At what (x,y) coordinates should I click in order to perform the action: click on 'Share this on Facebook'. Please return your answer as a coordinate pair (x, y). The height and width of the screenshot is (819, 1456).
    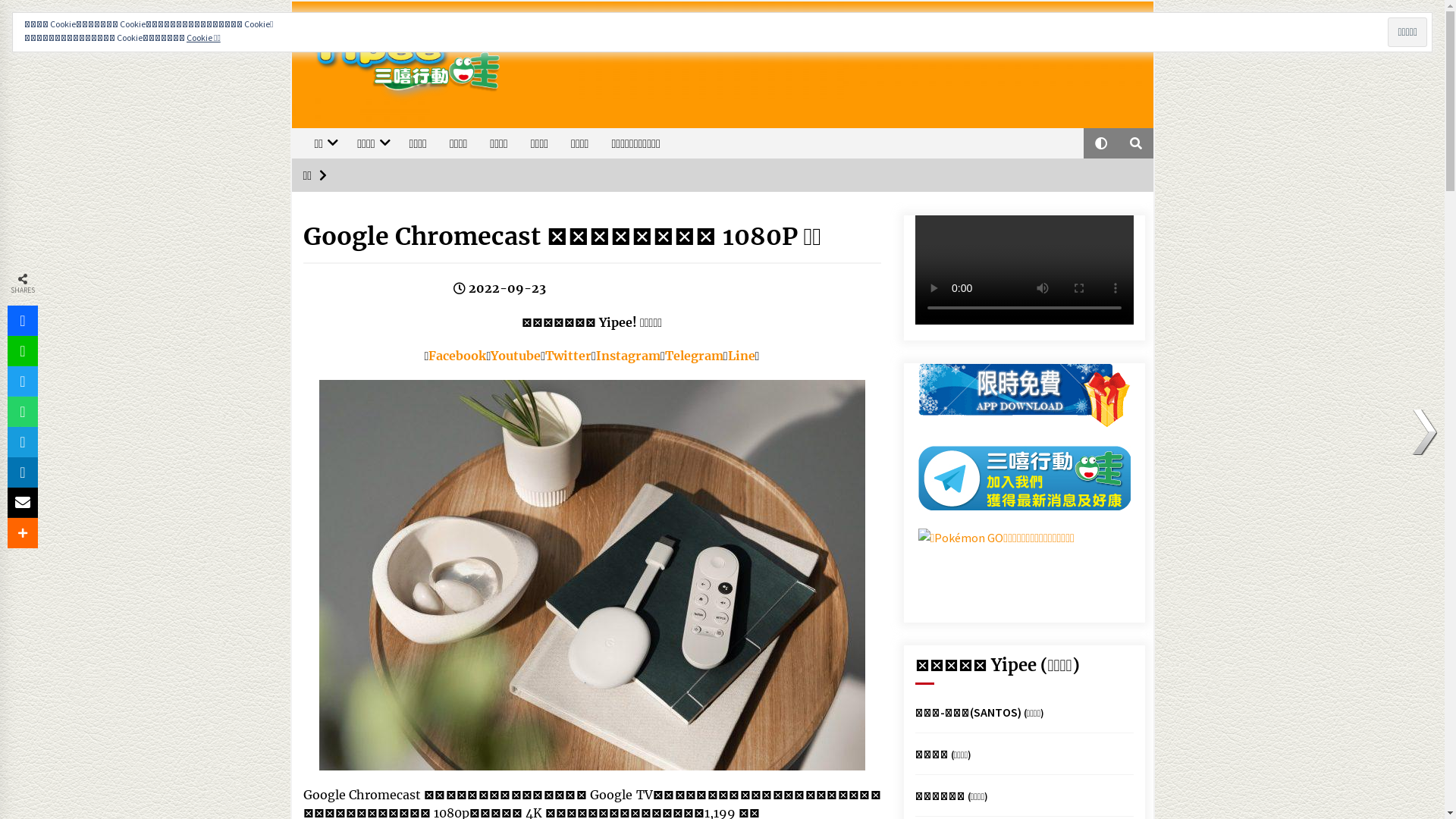
    Looking at the image, I should click on (22, 320).